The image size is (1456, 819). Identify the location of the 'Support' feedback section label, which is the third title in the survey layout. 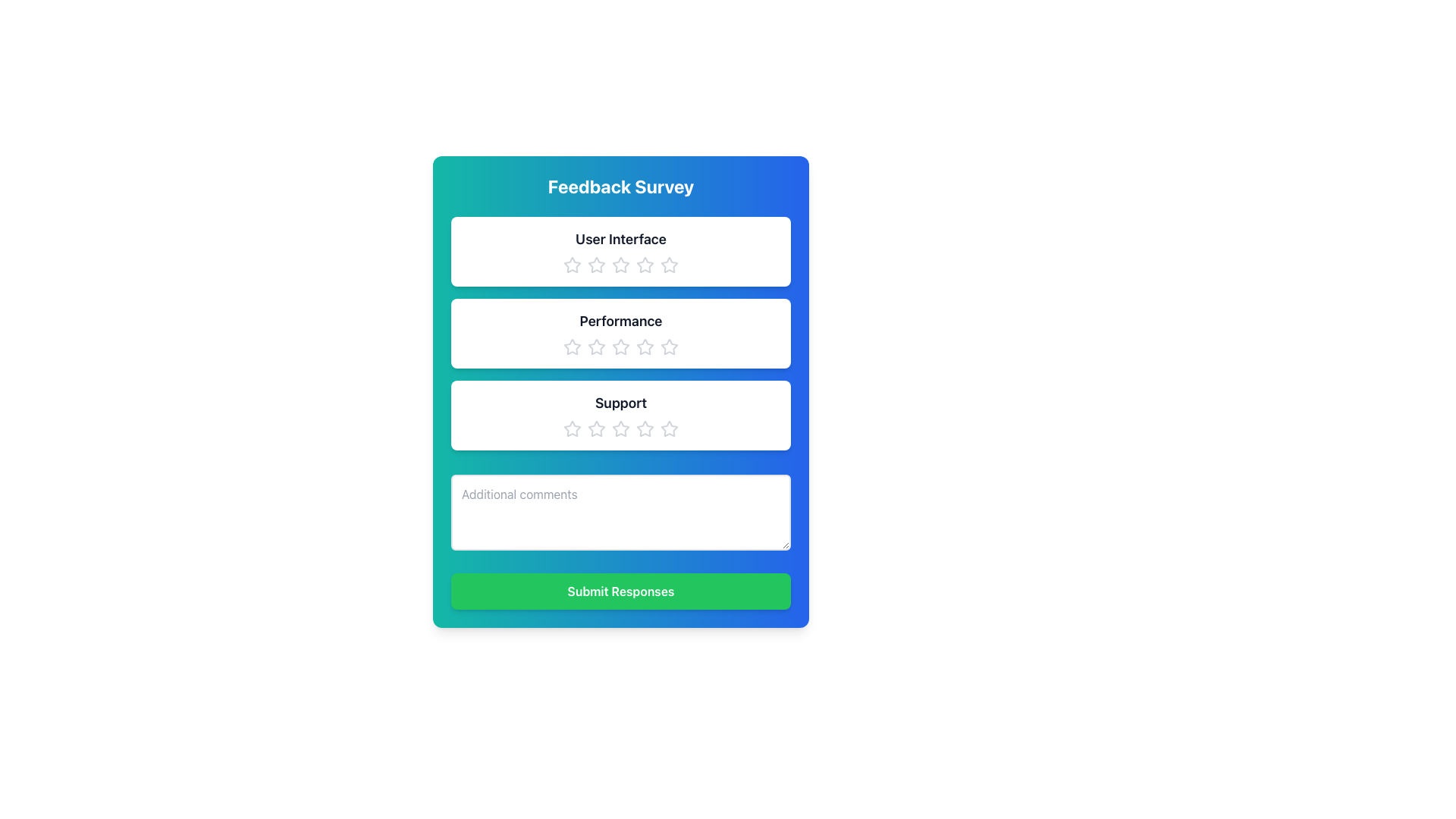
(621, 403).